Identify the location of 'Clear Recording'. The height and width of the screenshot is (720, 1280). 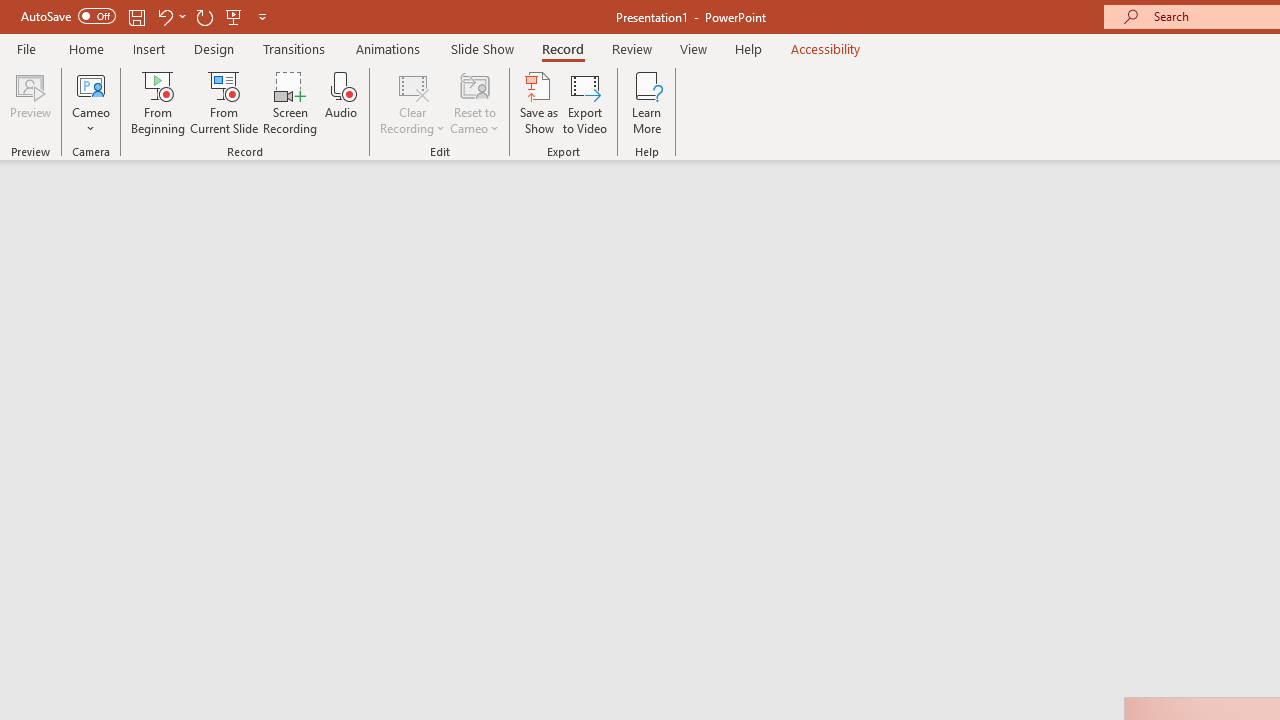
(411, 103).